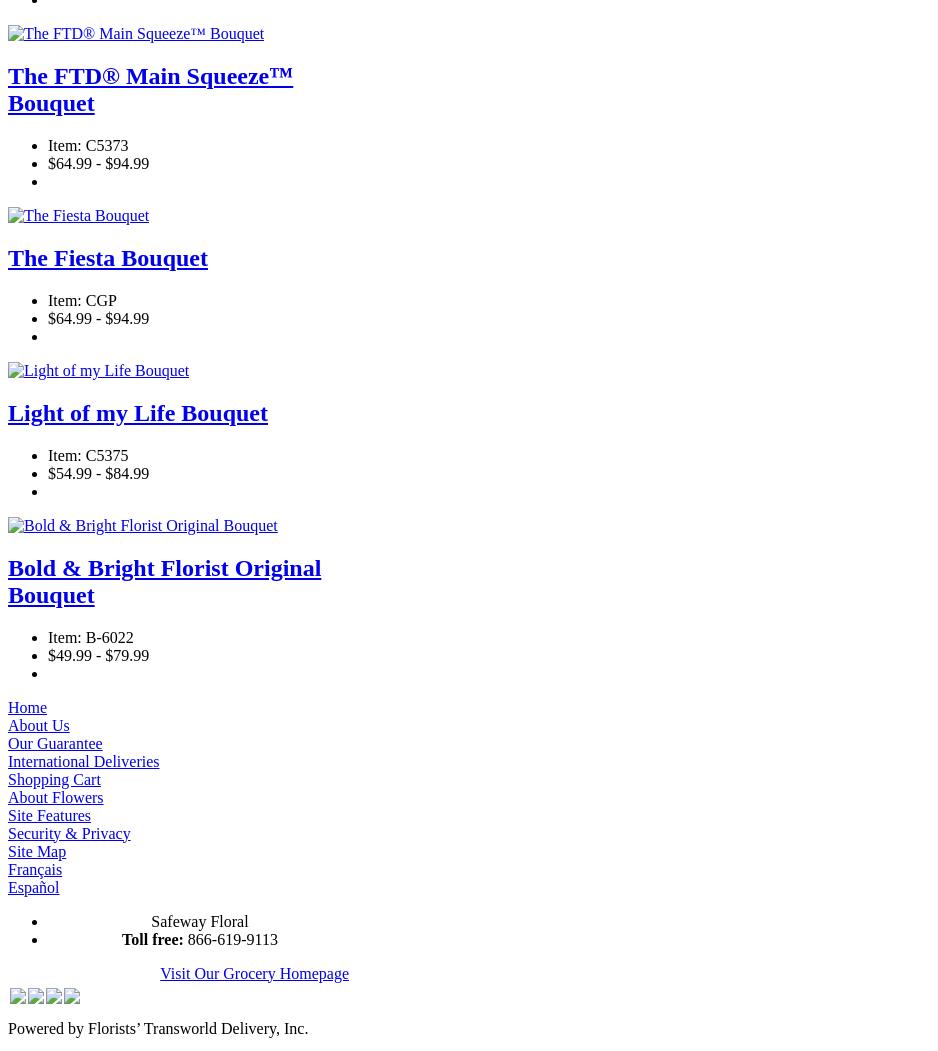 The height and width of the screenshot is (1051, 938). I want to click on 'Item: CGP', so click(47, 298).